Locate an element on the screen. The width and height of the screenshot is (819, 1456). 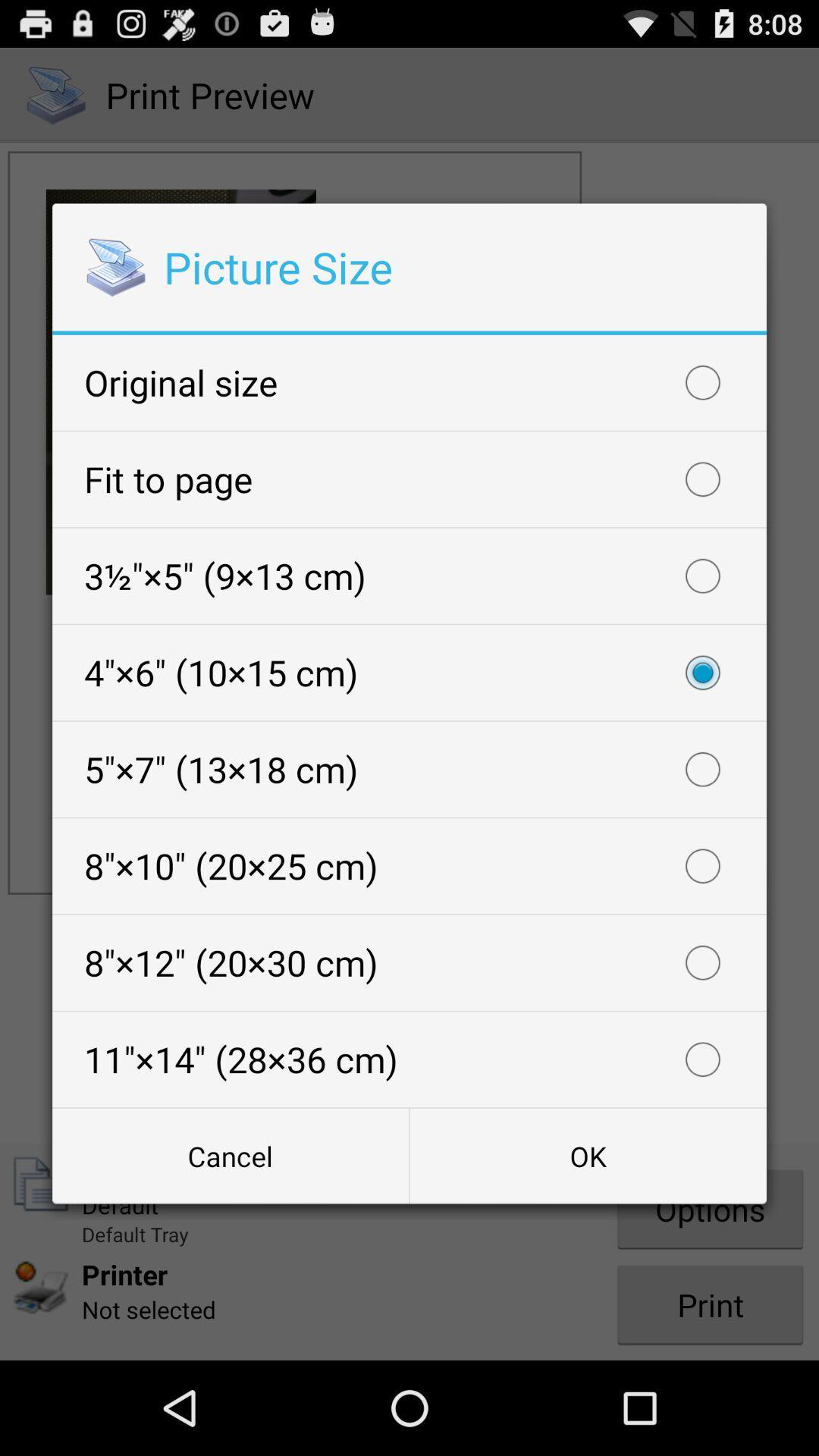
icon to the left of the ok button is located at coordinates (231, 1155).